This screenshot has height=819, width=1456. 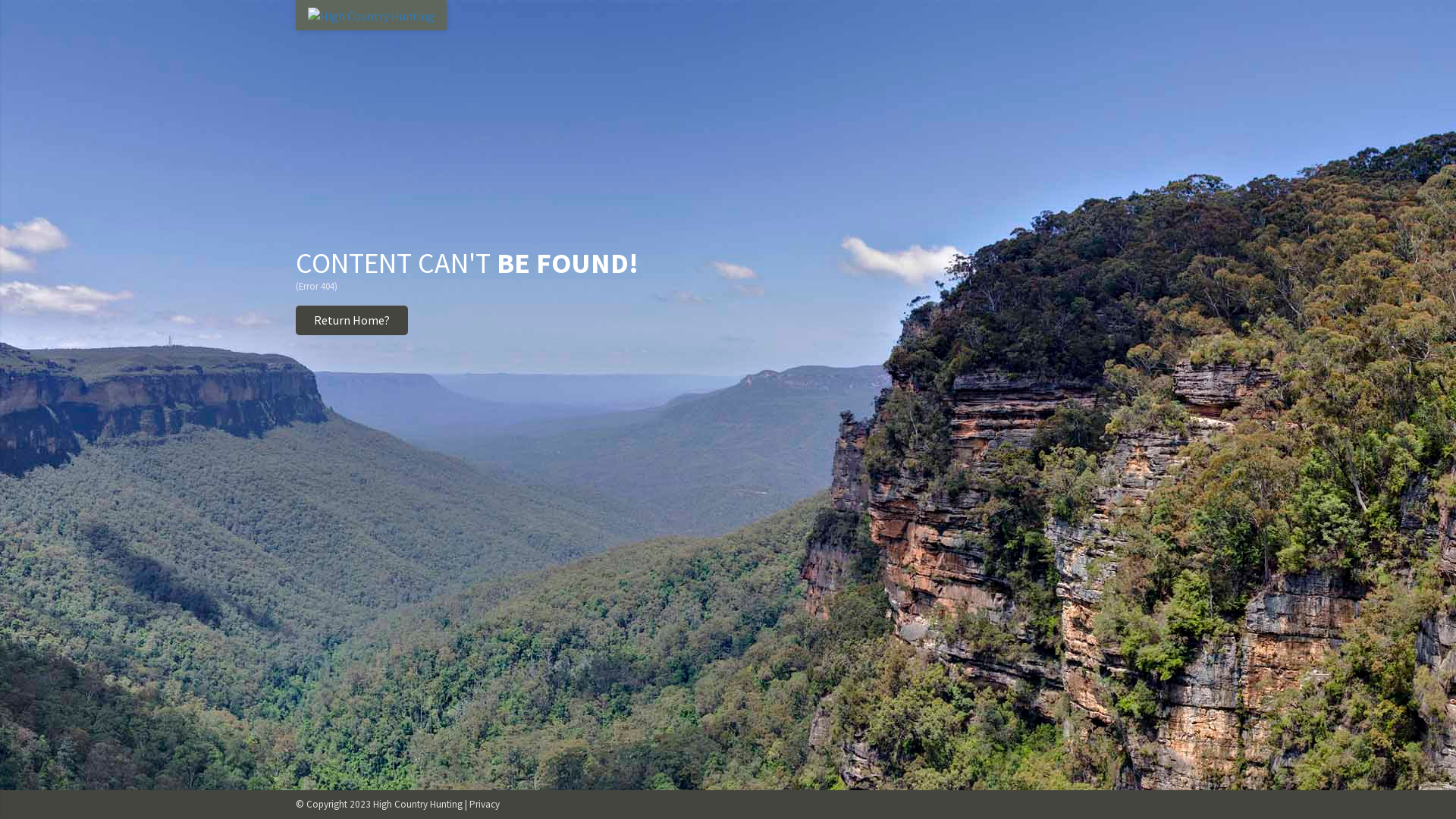 I want to click on 'Return Home?', so click(x=351, y=319).